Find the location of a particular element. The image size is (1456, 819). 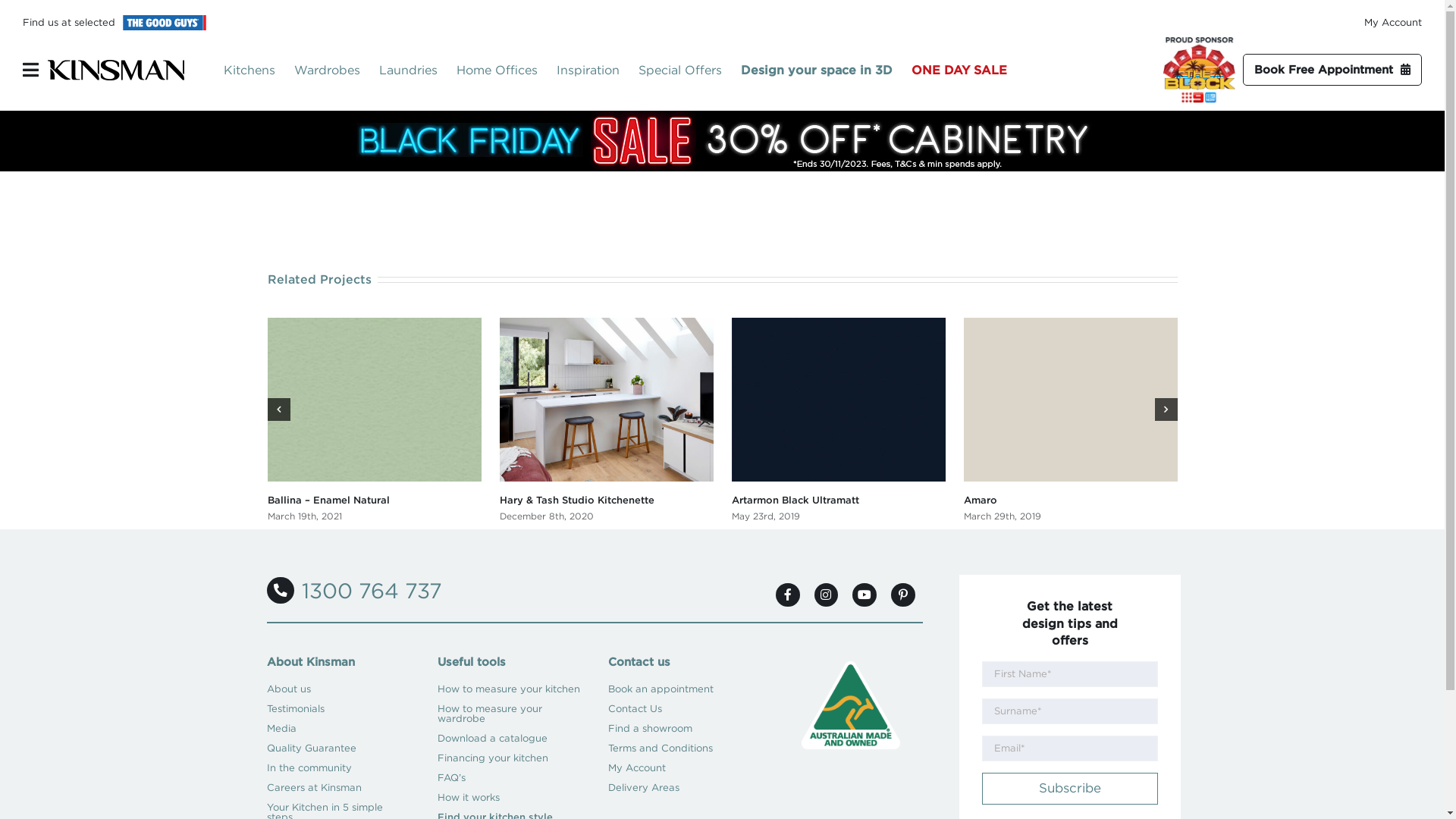

'How to measure your kitchen' is located at coordinates (509, 689).